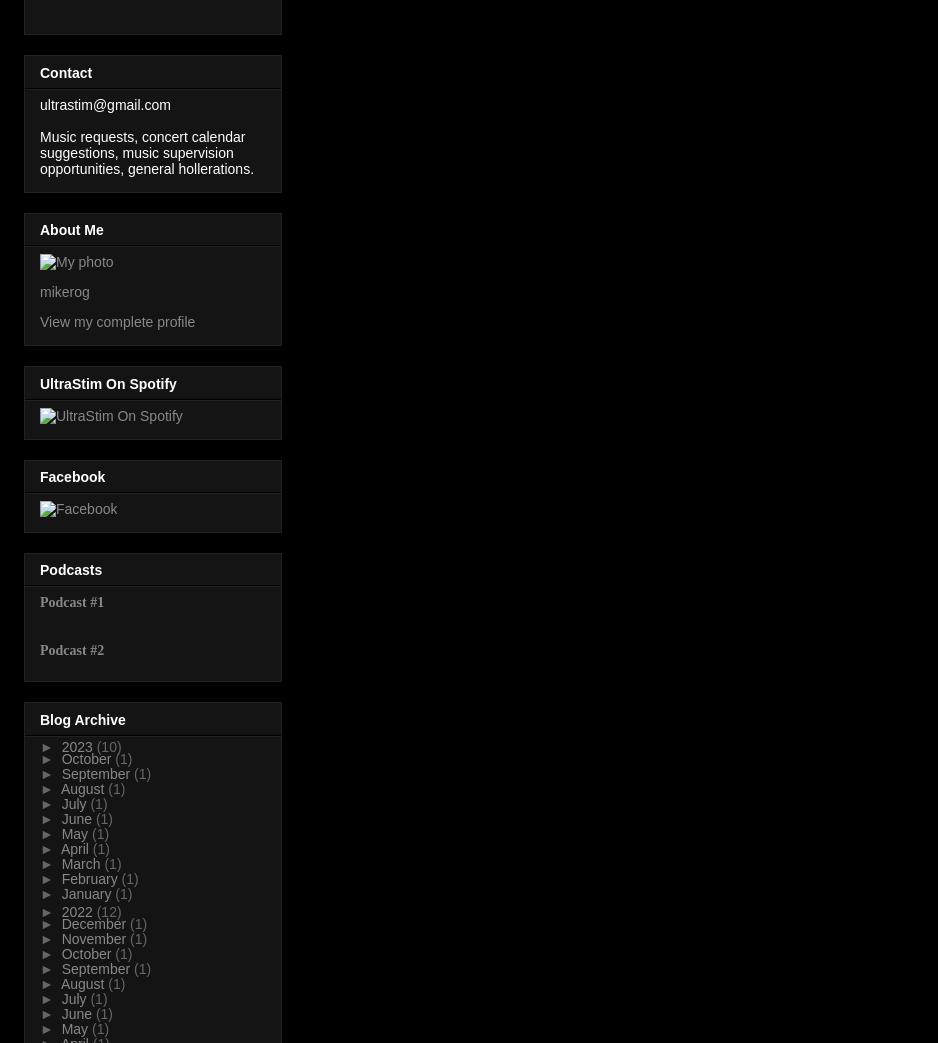 Image resolution: width=938 pixels, height=1043 pixels. I want to click on 'About Me', so click(38, 229).